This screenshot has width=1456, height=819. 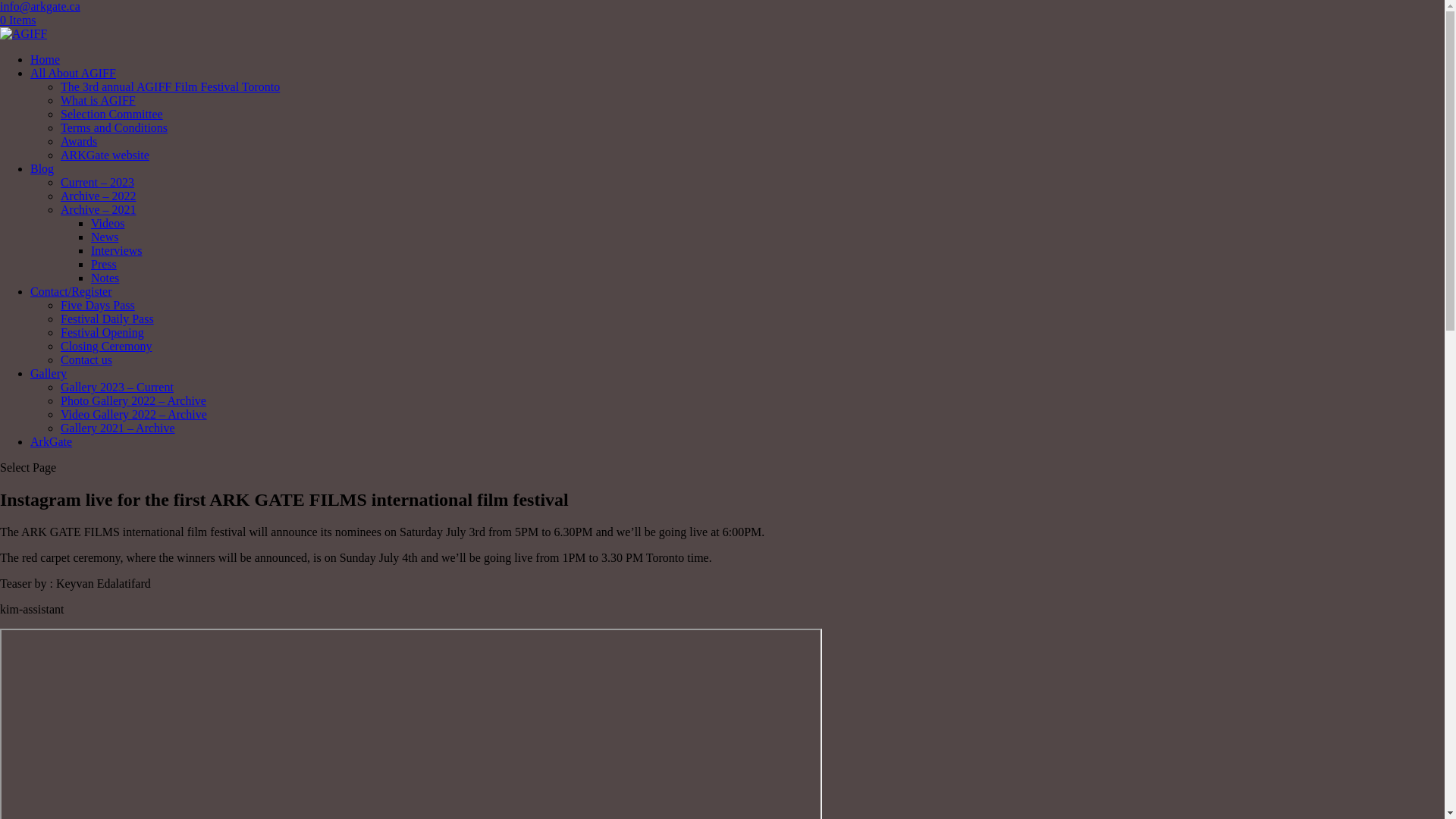 What do you see at coordinates (106, 318) in the screenshot?
I see `'Festival Daily Pass'` at bounding box center [106, 318].